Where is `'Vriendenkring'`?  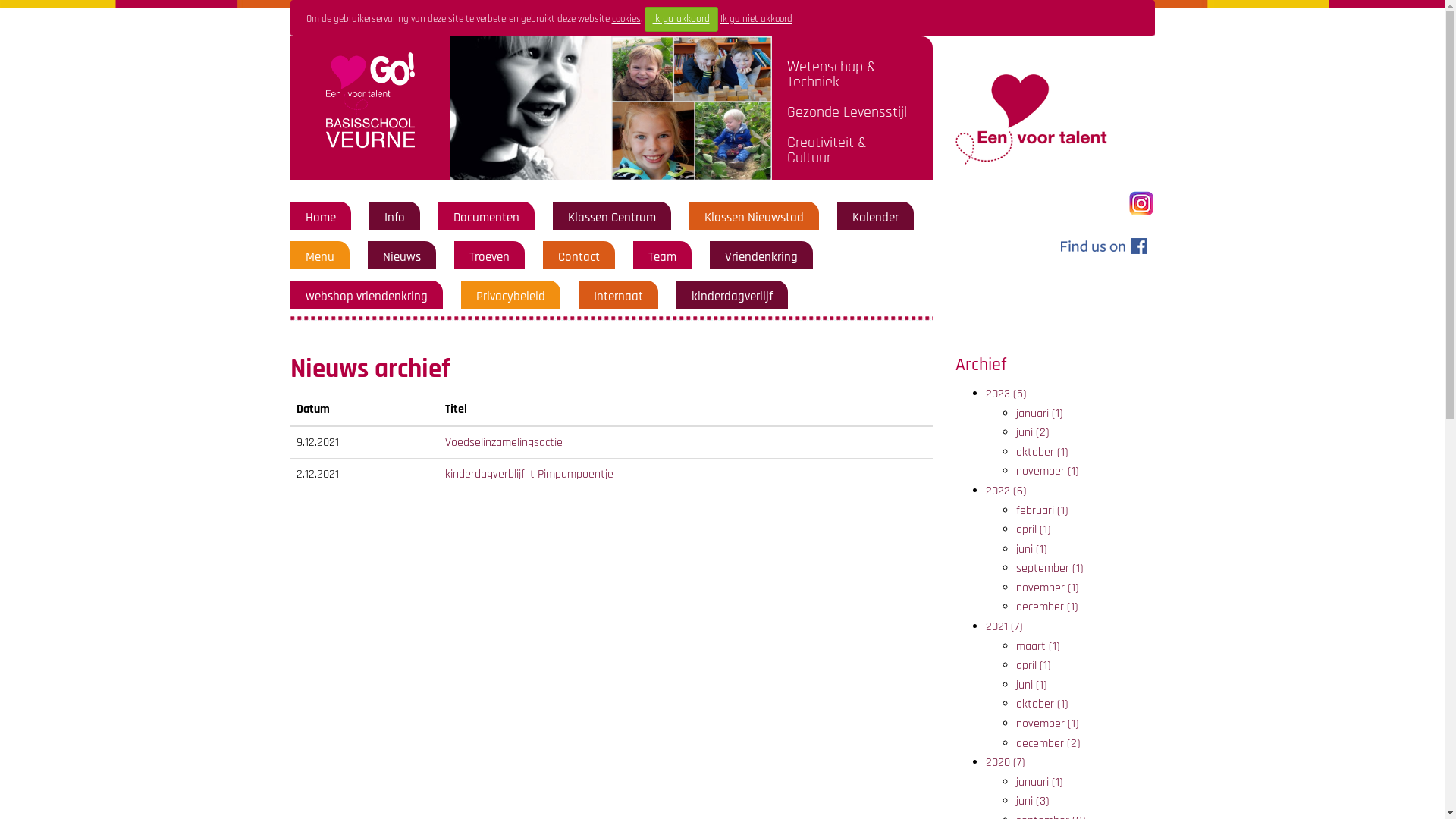 'Vriendenkring' is located at coordinates (761, 256).